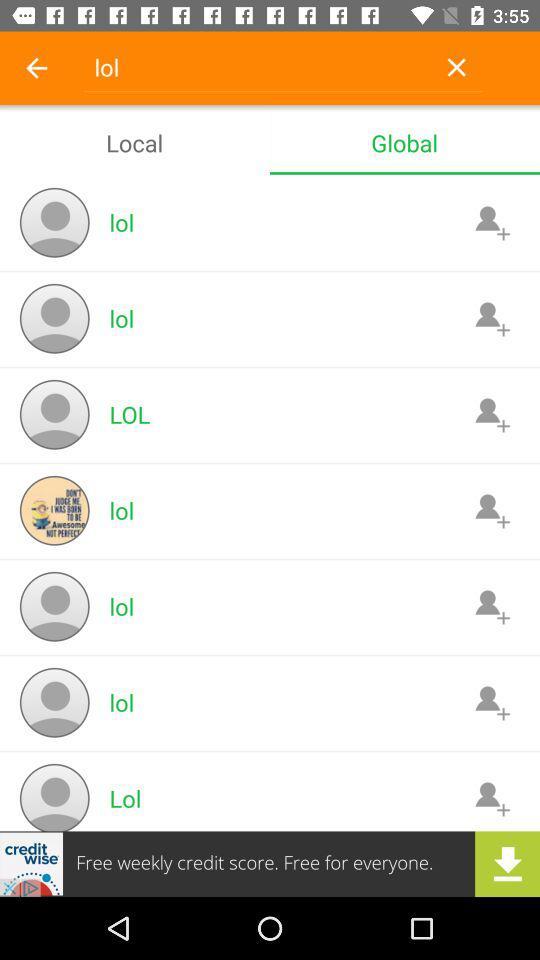  What do you see at coordinates (491, 509) in the screenshot?
I see `advertisement lol person` at bounding box center [491, 509].